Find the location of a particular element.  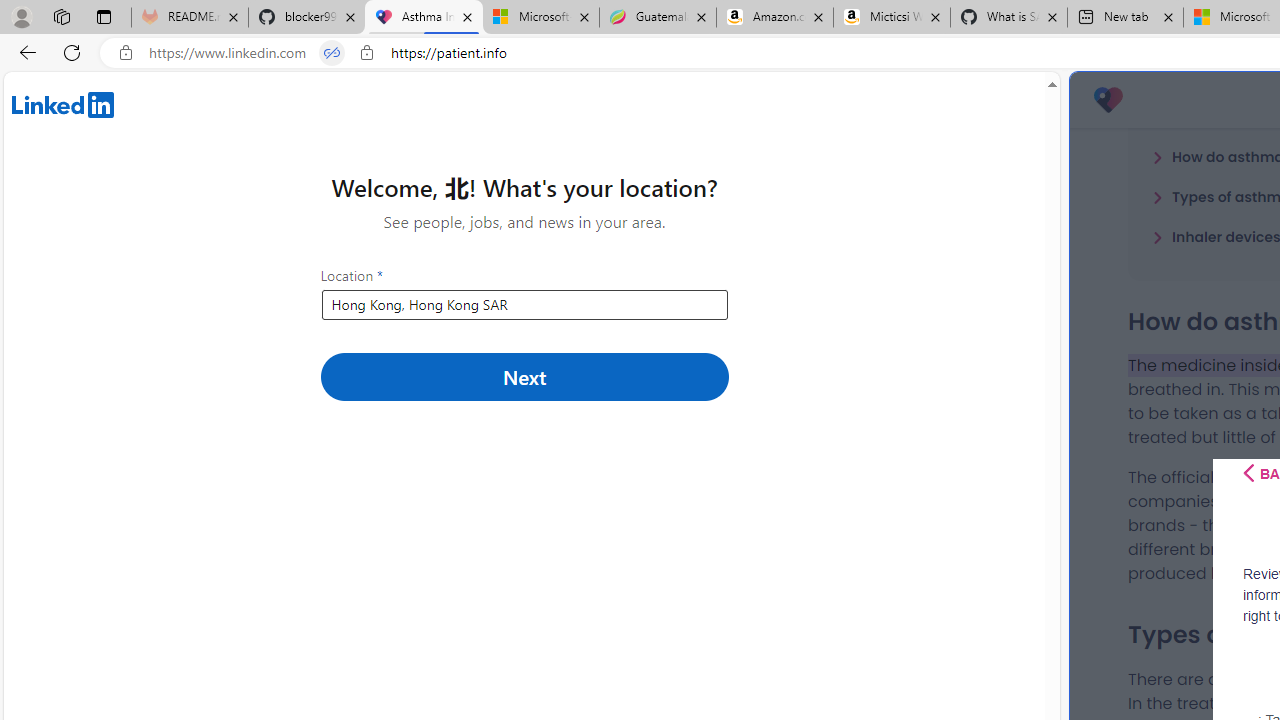

'Asthma Inhalers: Names and Types' is located at coordinates (423, 17).